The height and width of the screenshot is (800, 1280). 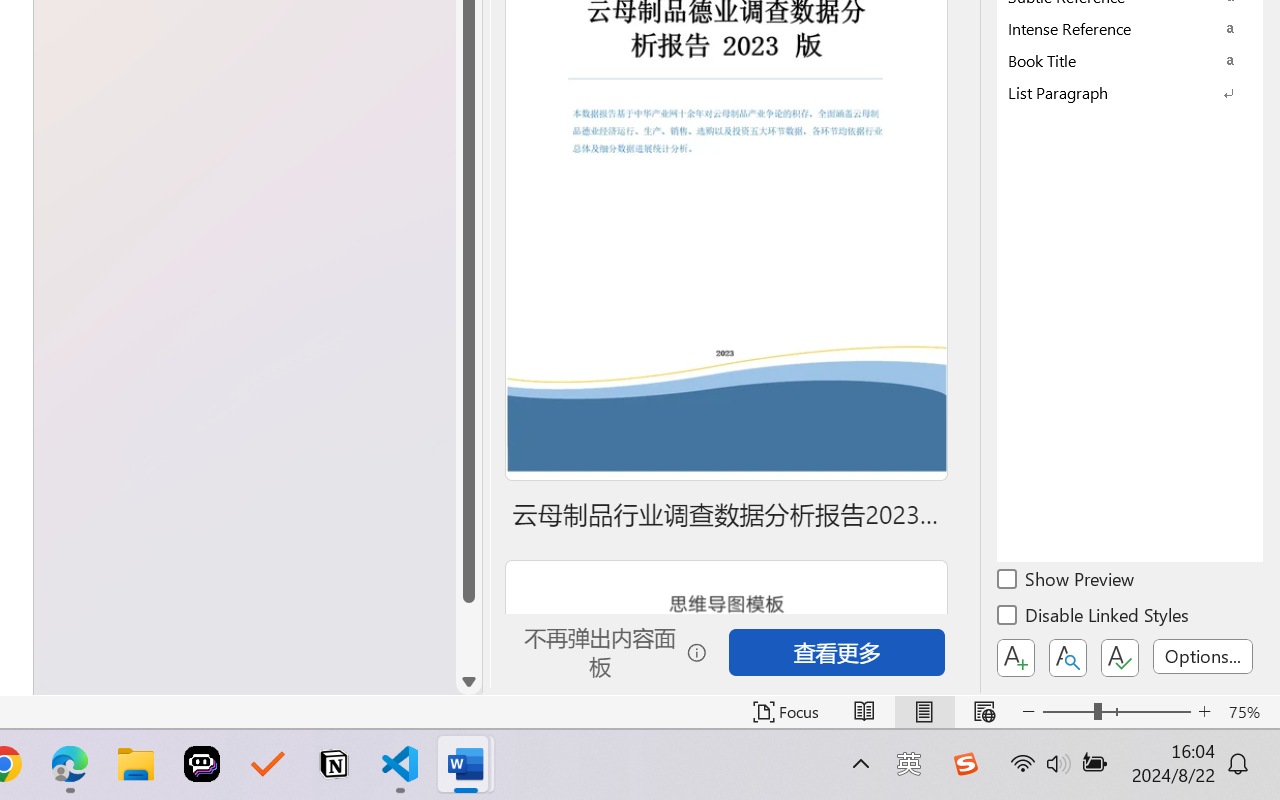 What do you see at coordinates (1094, 618) in the screenshot?
I see `'Disable Linked Styles'` at bounding box center [1094, 618].